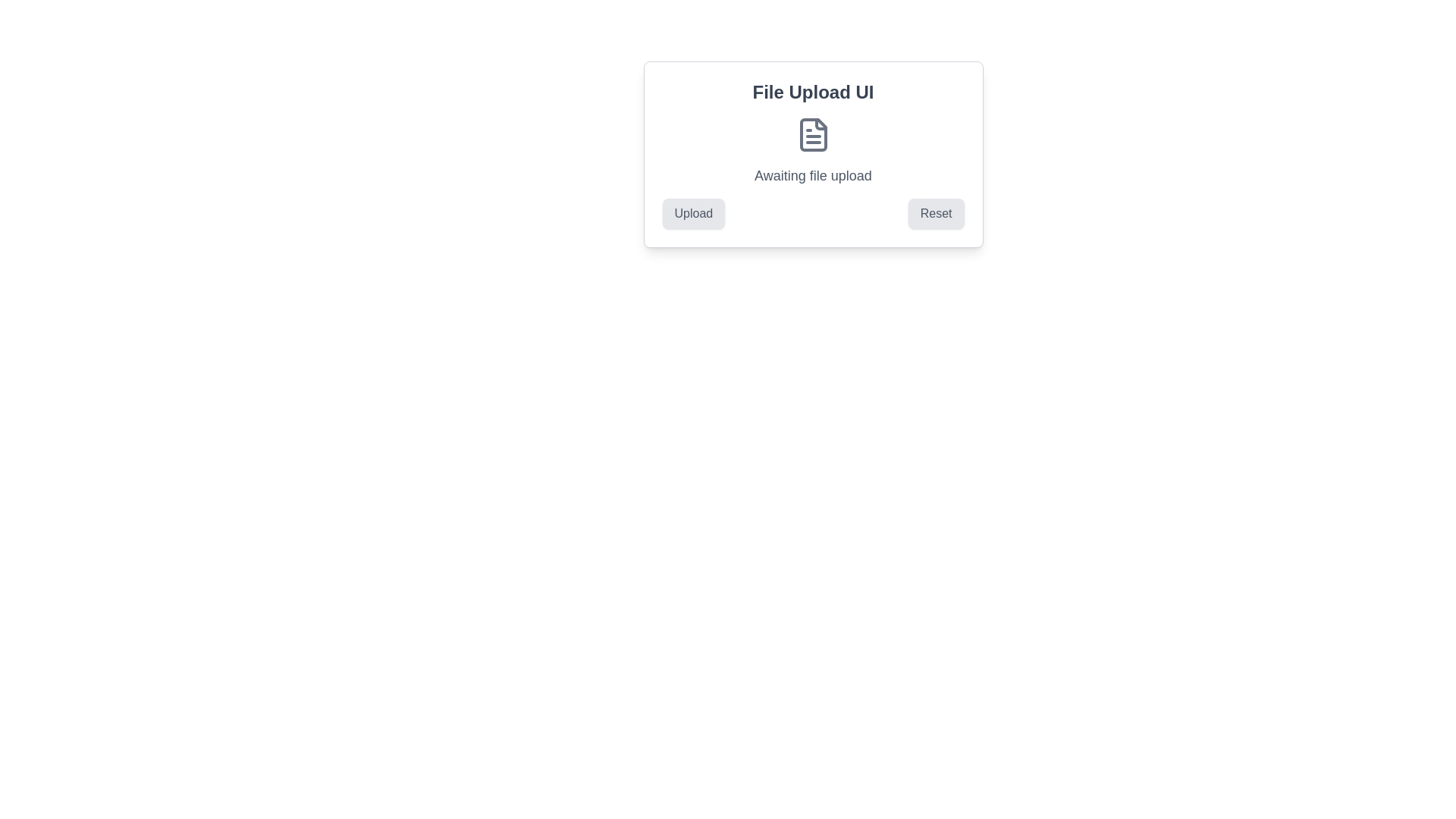 This screenshot has height=819, width=1456. Describe the element at coordinates (812, 93) in the screenshot. I see `the title text block at the top of the card that indicates the purpose of the surrounding components` at that location.